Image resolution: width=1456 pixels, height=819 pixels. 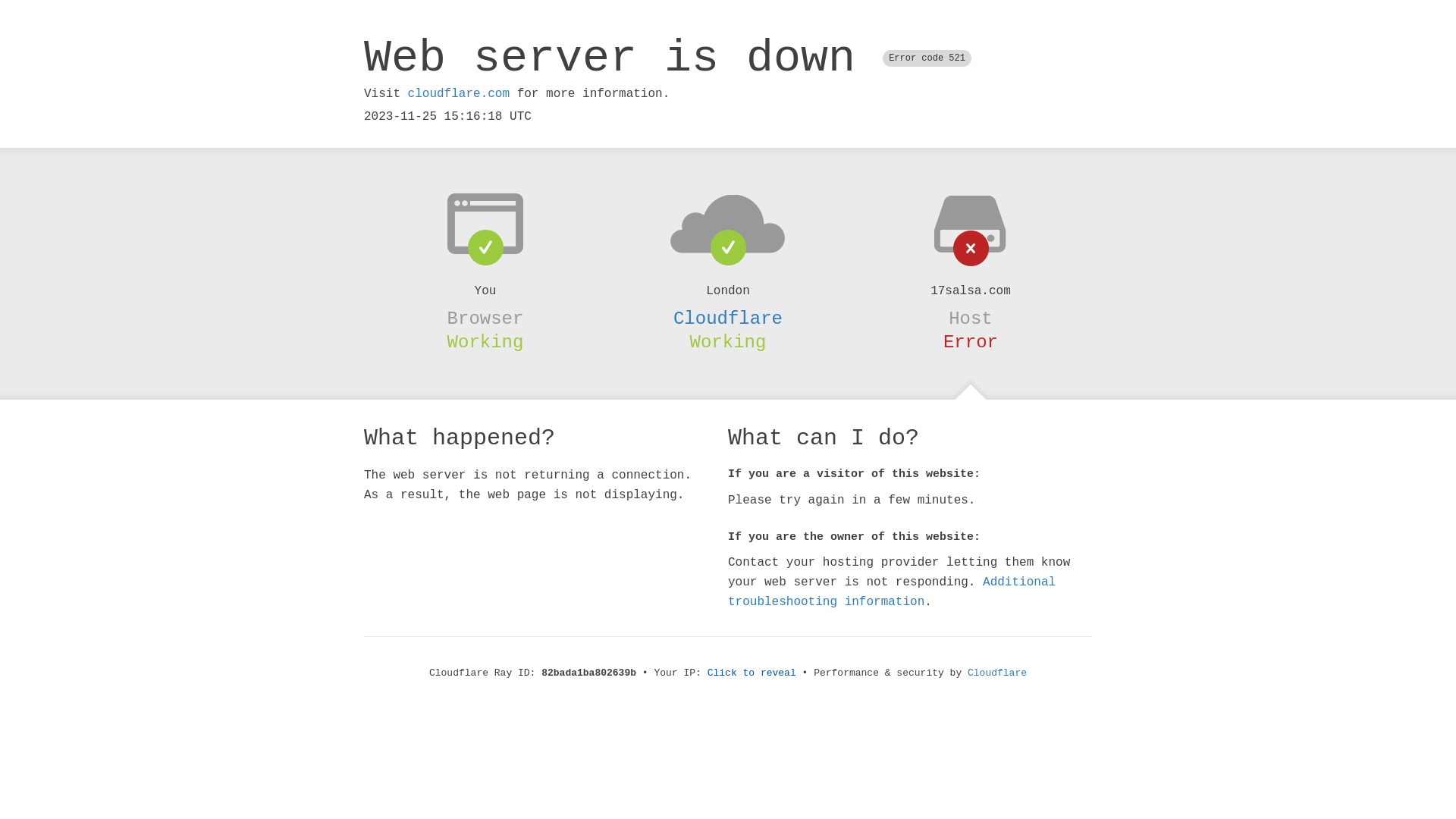 What do you see at coordinates (892, 591) in the screenshot?
I see `'Additional troubleshooting information'` at bounding box center [892, 591].